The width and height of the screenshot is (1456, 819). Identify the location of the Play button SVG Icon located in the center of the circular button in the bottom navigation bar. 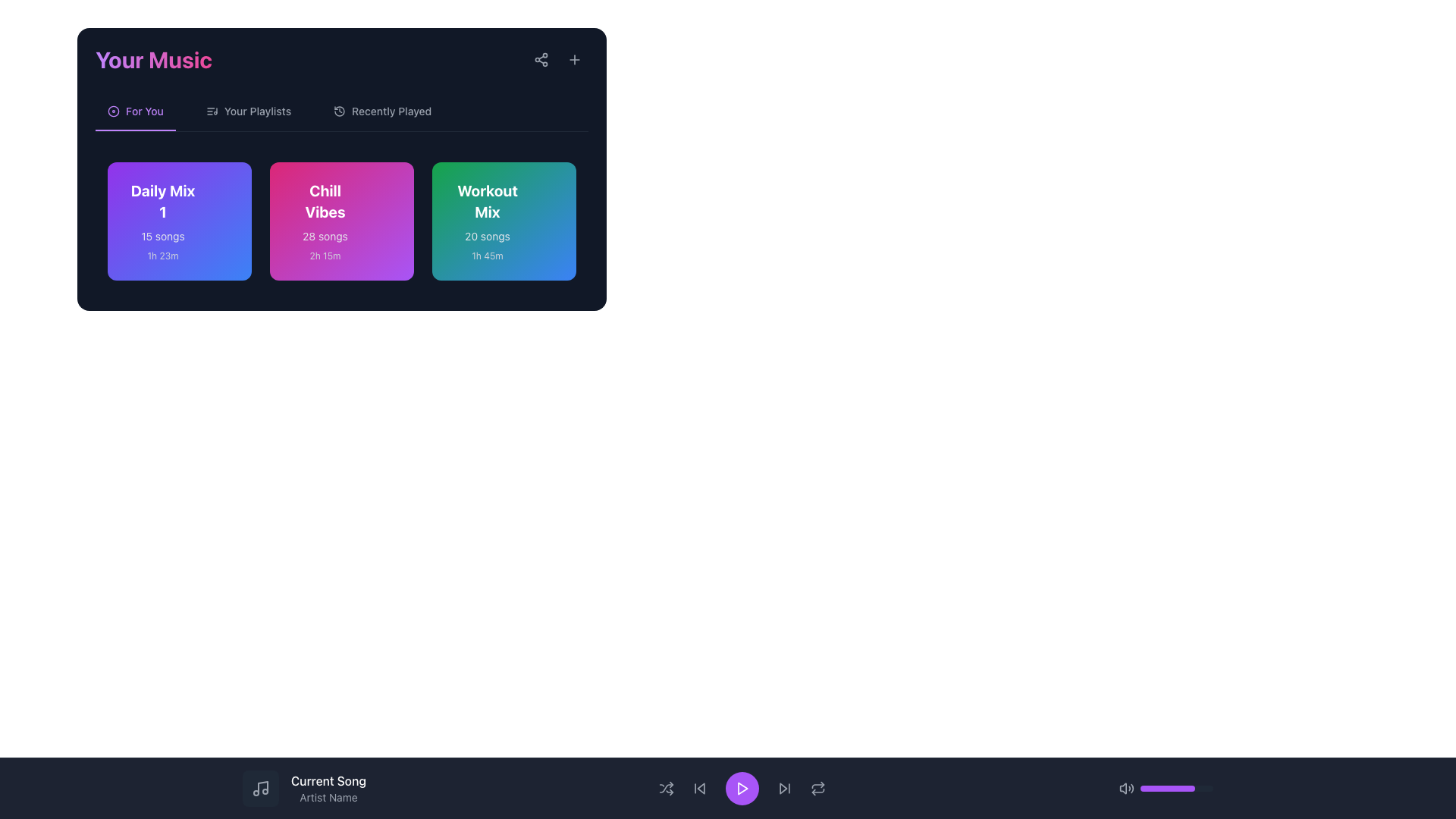
(742, 788).